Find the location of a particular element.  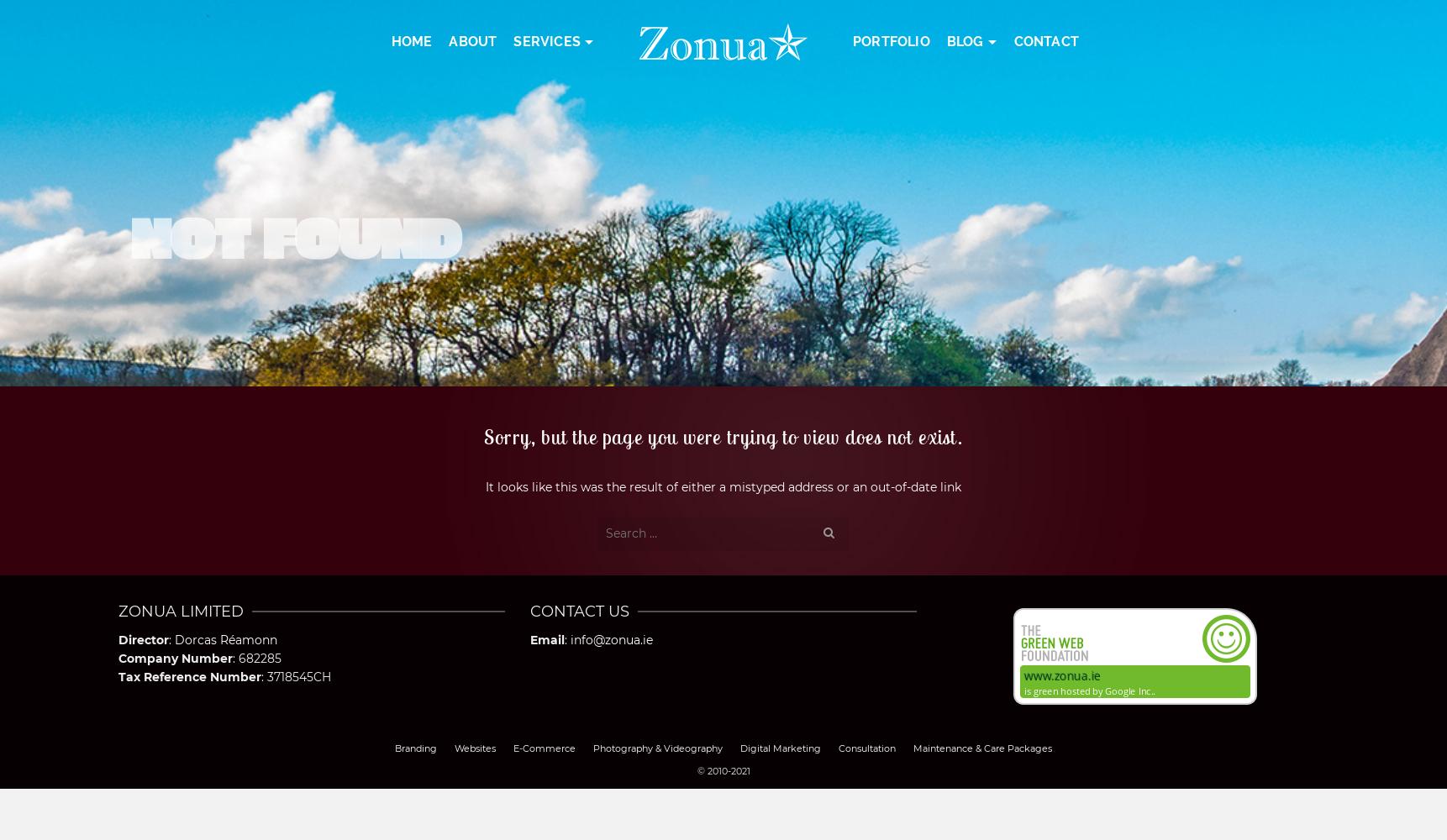

'Digital Marketing' is located at coordinates (780, 748).